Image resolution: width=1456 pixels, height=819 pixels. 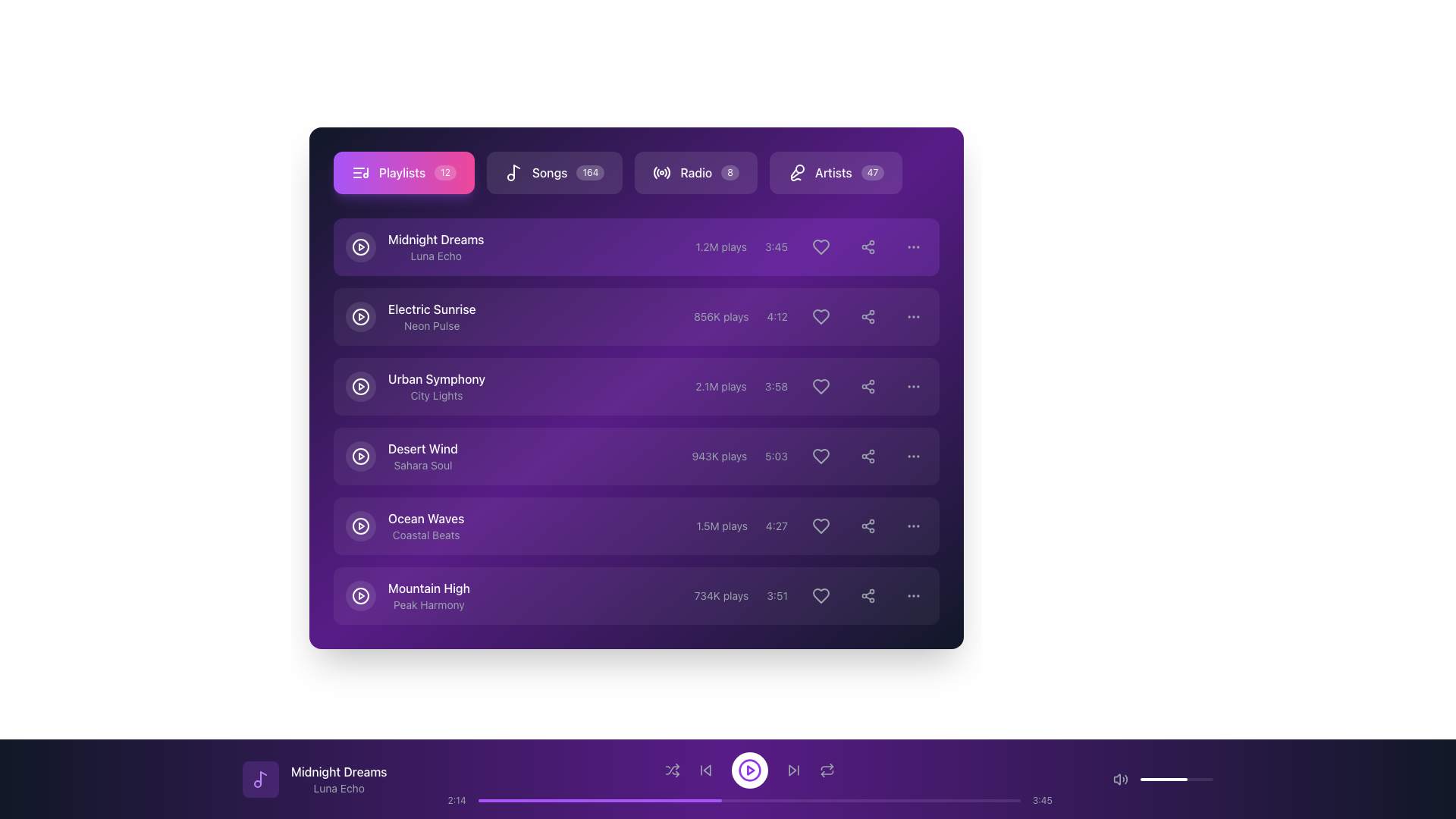 What do you see at coordinates (912, 595) in the screenshot?
I see `the circular button with three horizontally aligned white dots on a dark background, located at the far right end of the 'Mountain High' row` at bounding box center [912, 595].